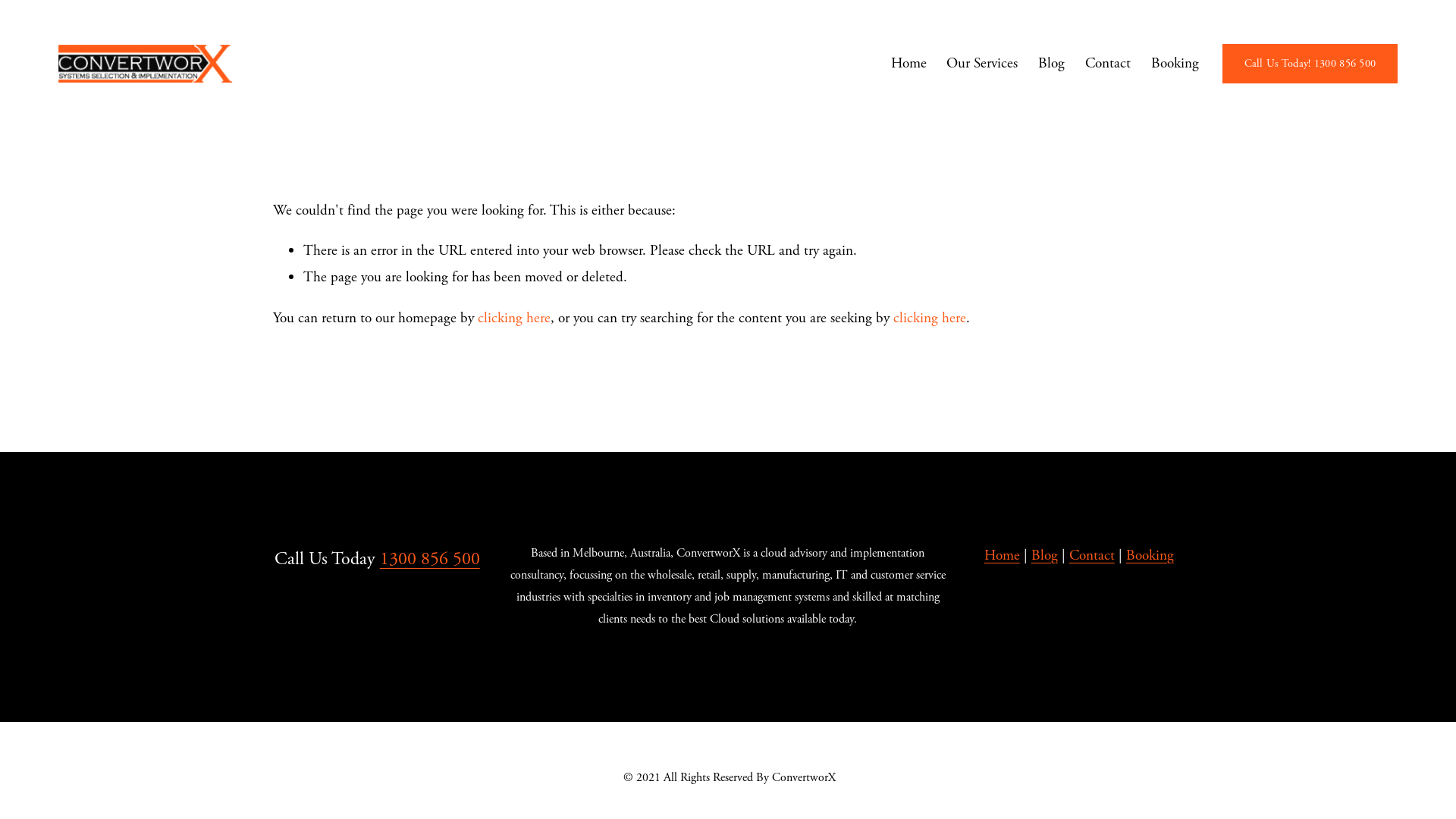  I want to click on 'Booking', so click(1150, 556).